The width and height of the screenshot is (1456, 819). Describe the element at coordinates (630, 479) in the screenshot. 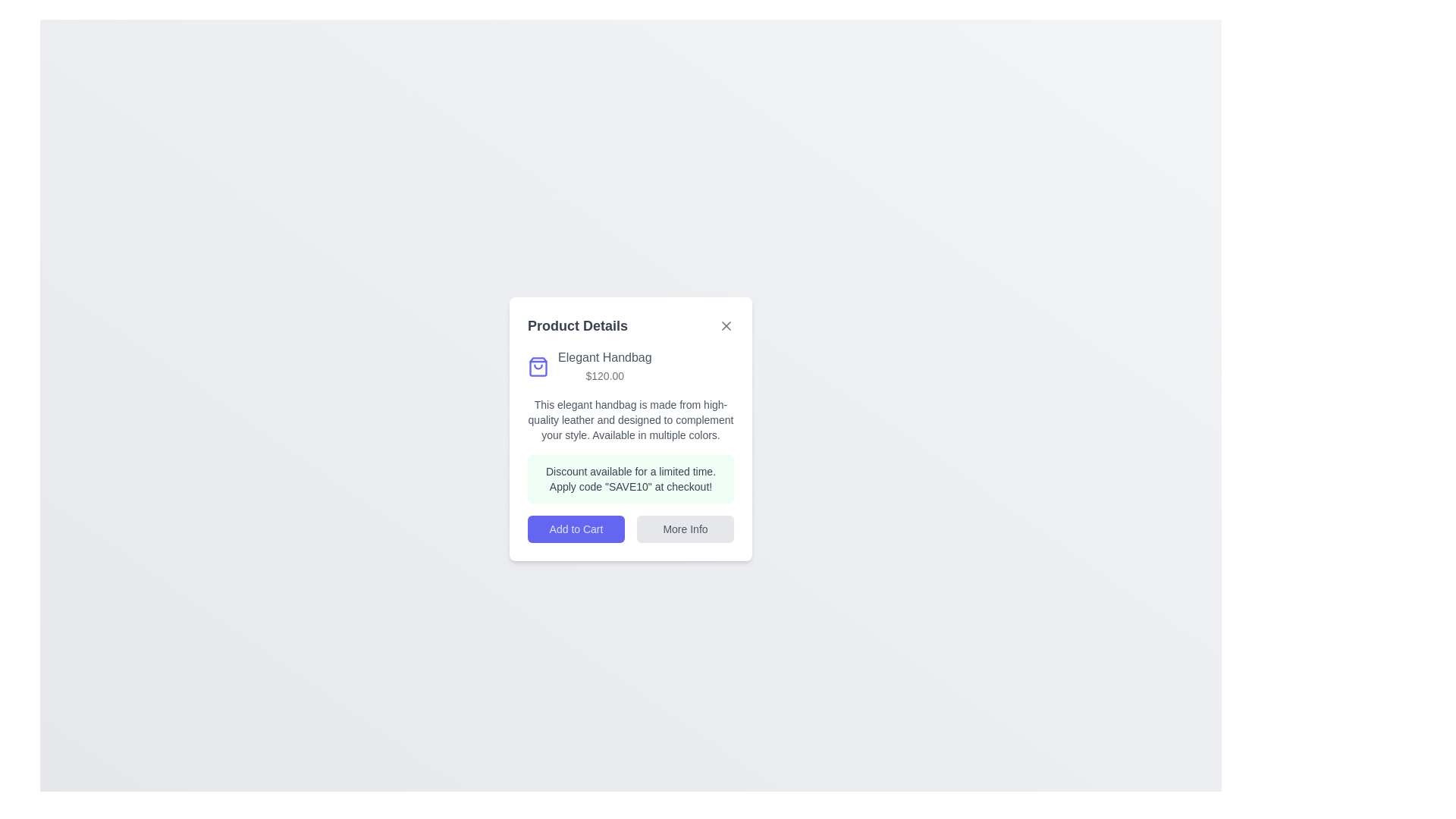

I see `the static informational alert box with a light green background that contains the message 'Discount available for a limited time. Apply code "SAVE10" at checkout!' in bold gray text, located near the bottom of the modal dialog titled 'Product Details'` at that location.